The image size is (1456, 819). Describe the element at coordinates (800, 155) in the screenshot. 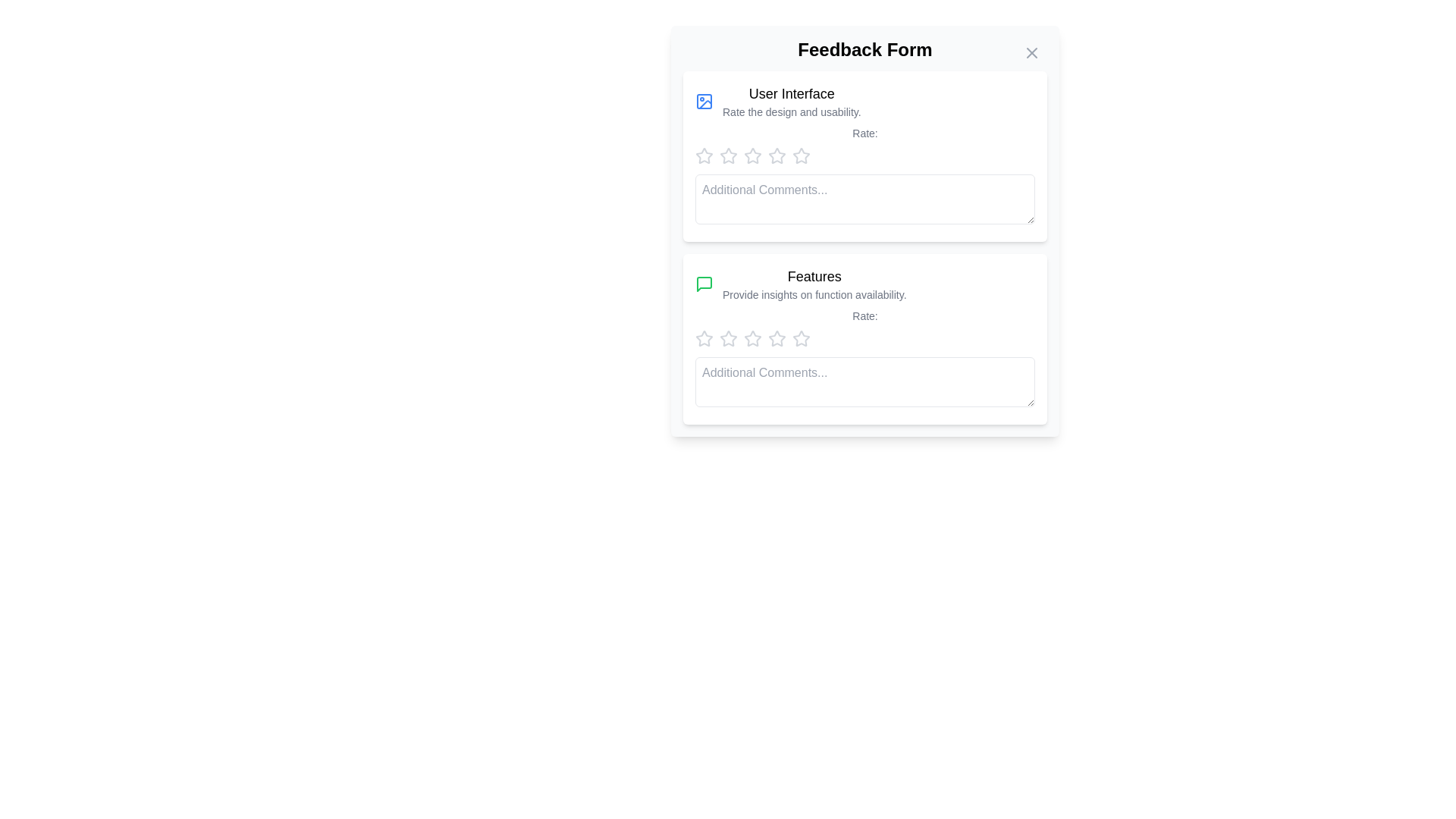

I see `the fourth star icon in the User Interface feedback section` at that location.